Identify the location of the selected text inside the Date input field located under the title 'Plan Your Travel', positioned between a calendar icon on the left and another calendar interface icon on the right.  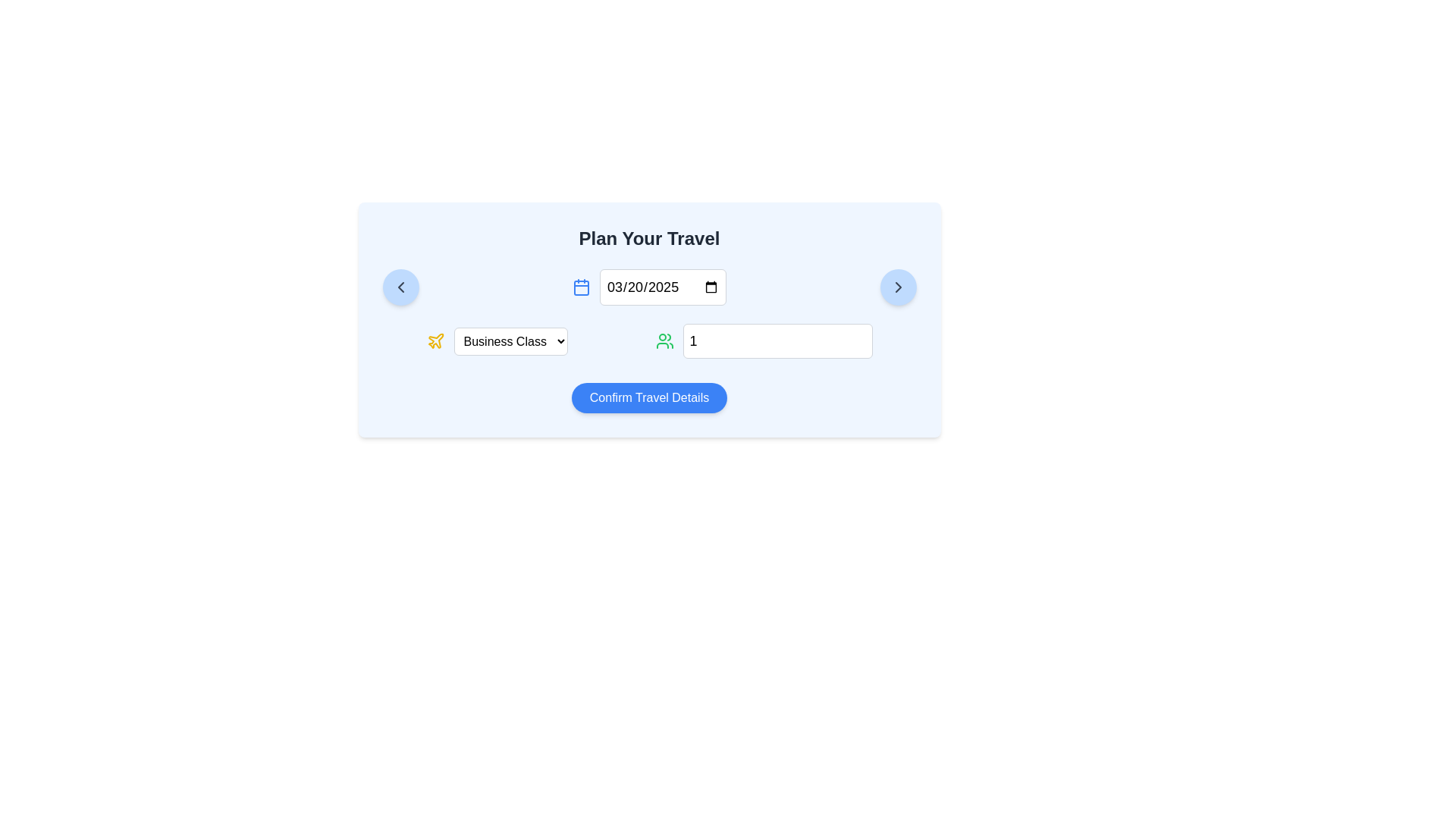
(663, 287).